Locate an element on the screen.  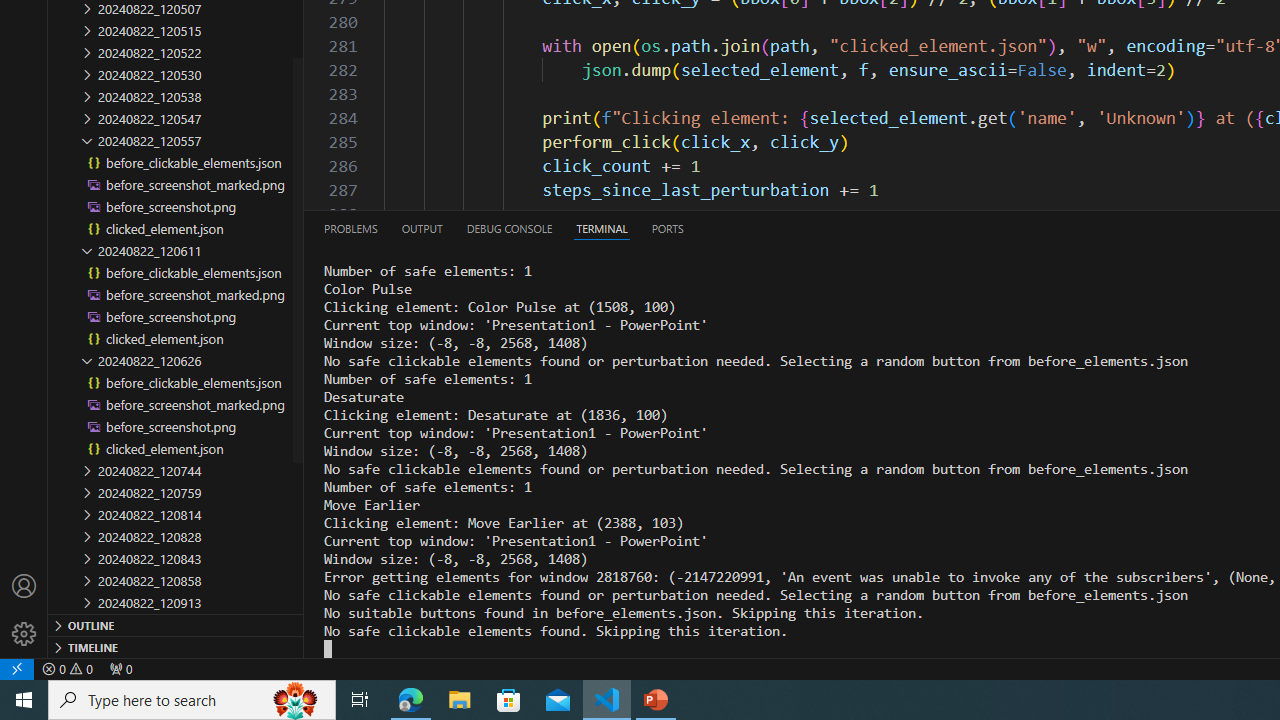
'No Problems' is located at coordinates (67, 668).